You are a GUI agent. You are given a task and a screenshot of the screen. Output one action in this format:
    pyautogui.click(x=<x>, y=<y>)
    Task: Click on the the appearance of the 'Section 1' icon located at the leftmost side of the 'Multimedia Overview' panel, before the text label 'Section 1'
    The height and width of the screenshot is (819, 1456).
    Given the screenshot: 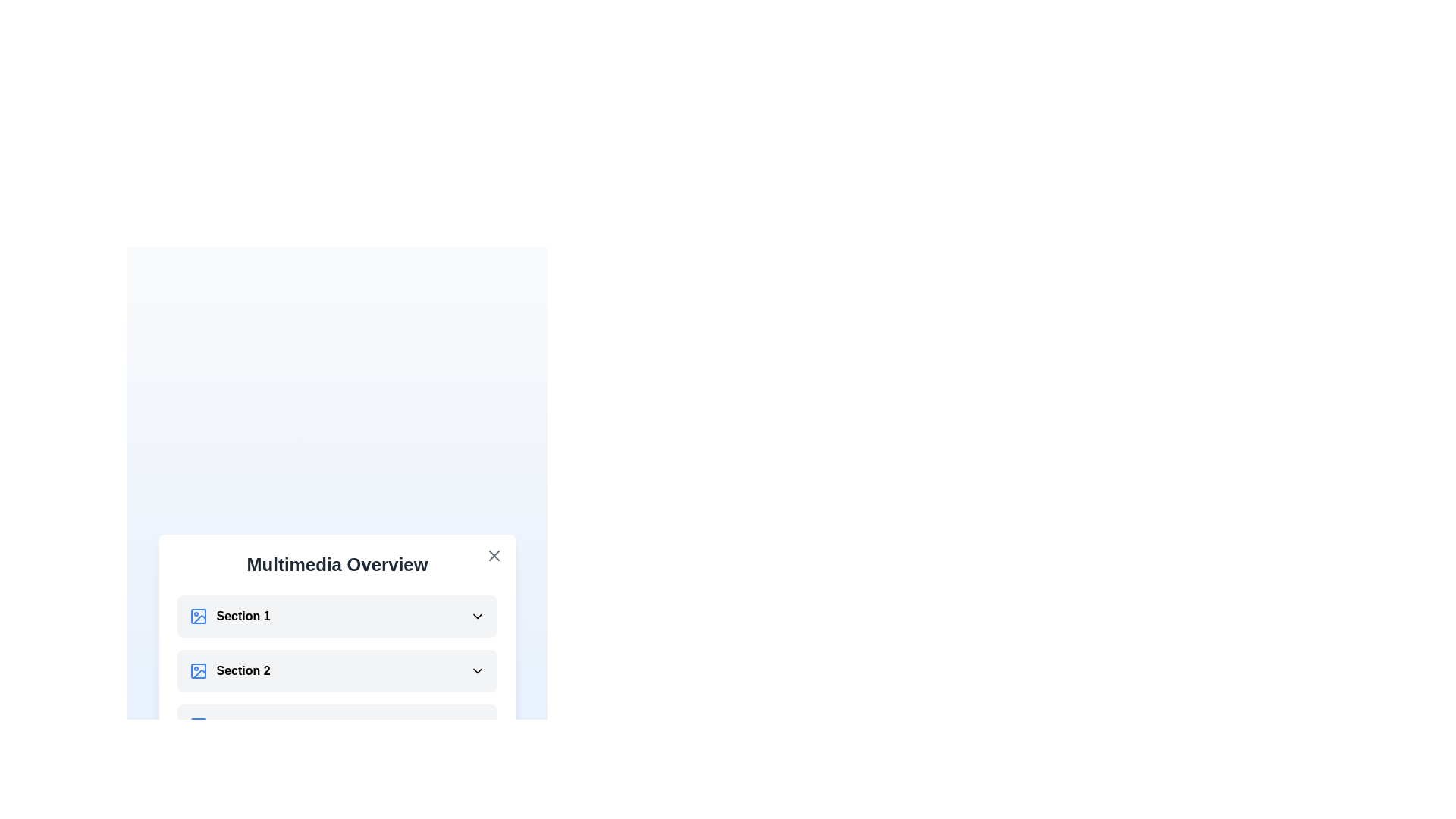 What is the action you would take?
    pyautogui.click(x=197, y=617)
    